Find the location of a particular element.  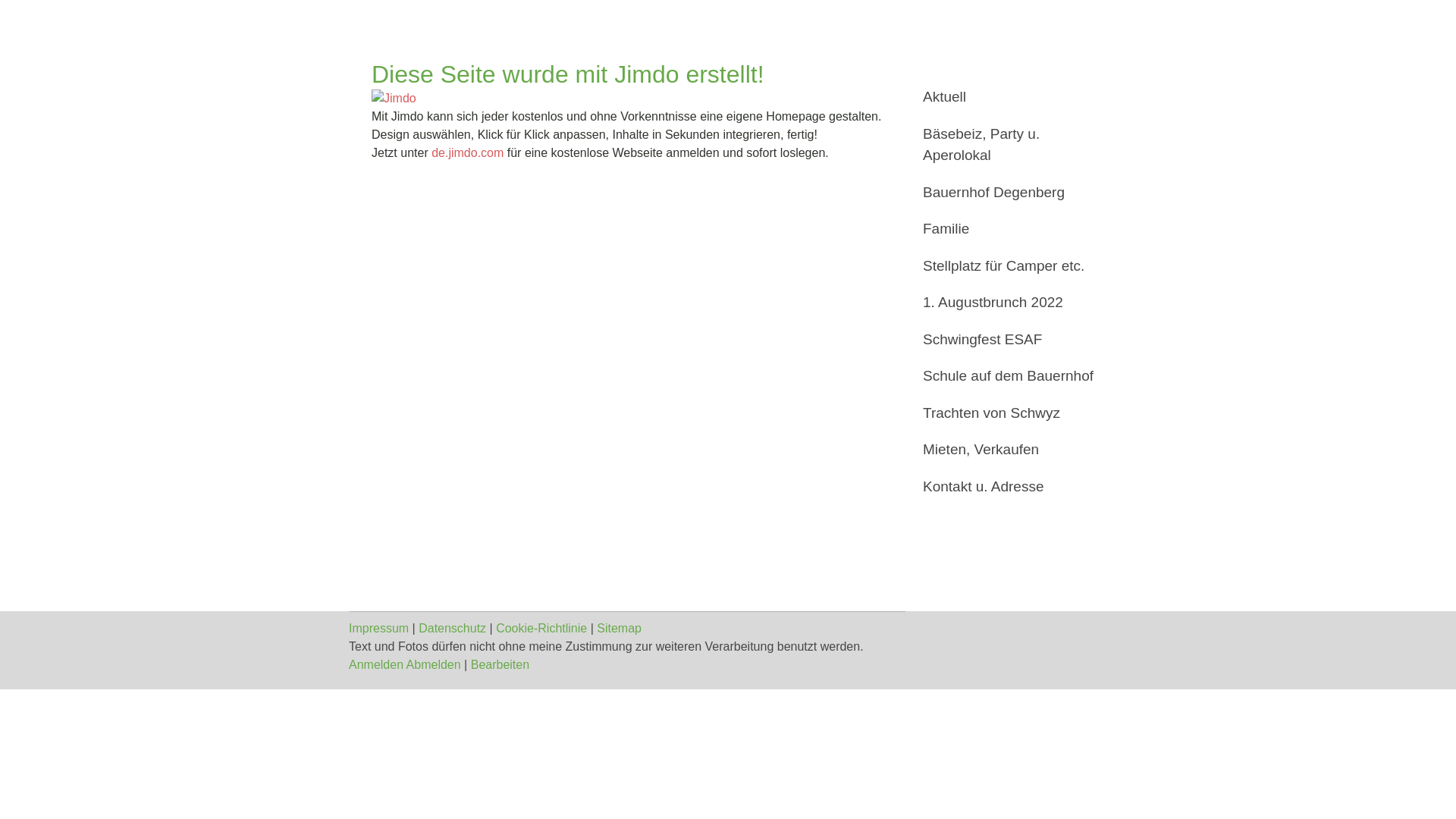

'Jimdo' is located at coordinates (394, 99).